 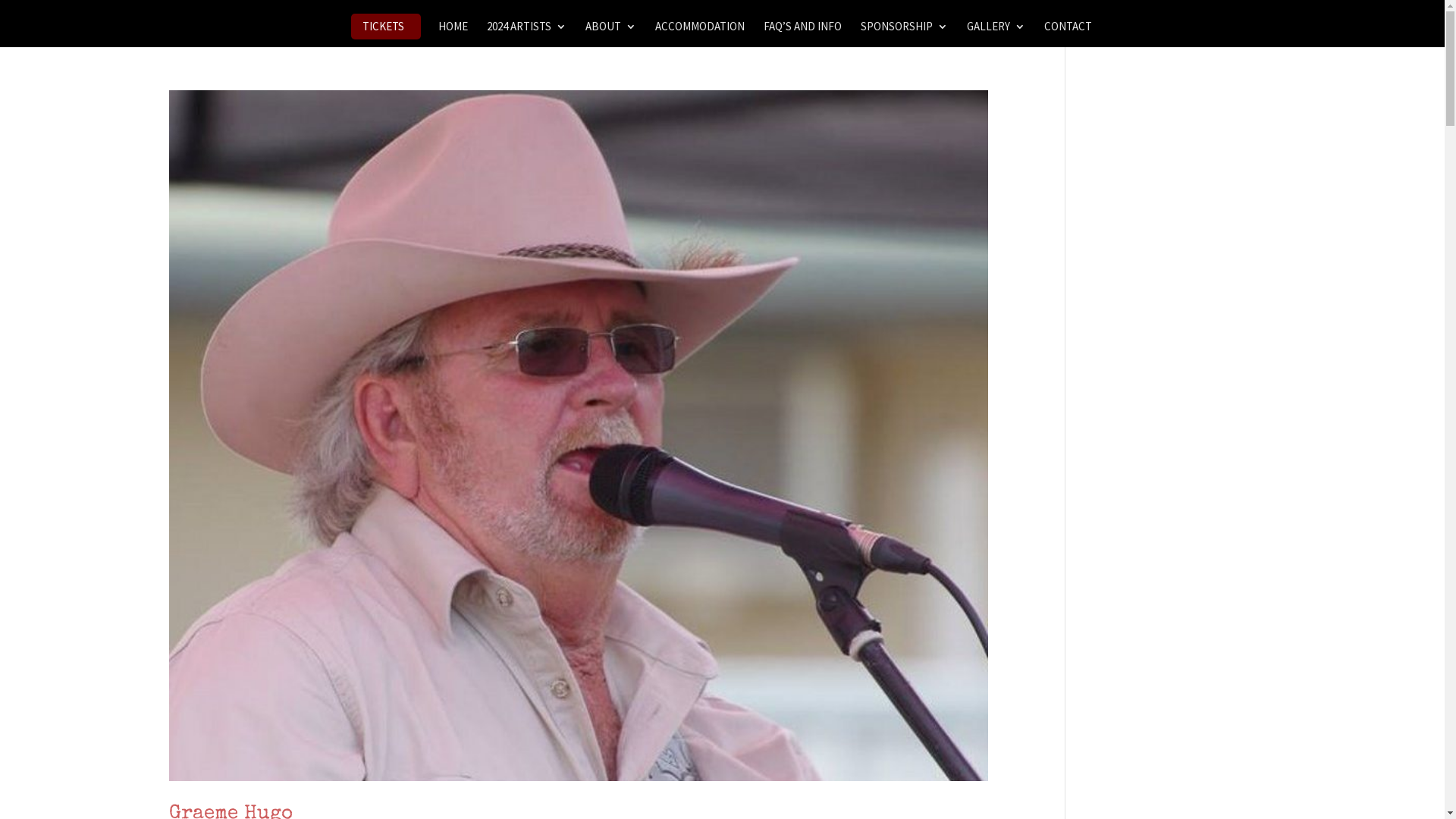 I want to click on 'CONTACT', so click(x=1067, y=33).